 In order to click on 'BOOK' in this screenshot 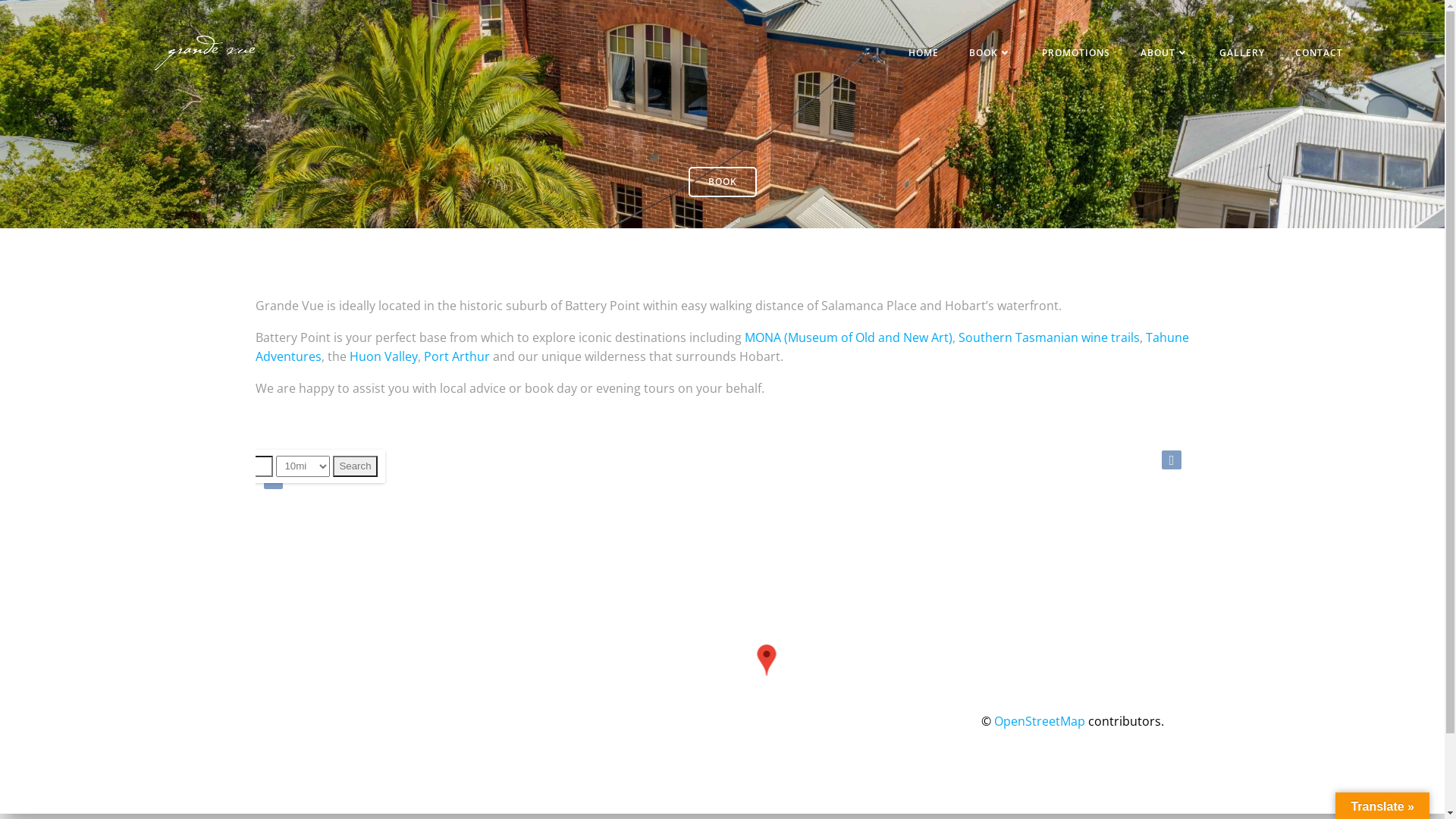, I will do `click(722, 180)`.